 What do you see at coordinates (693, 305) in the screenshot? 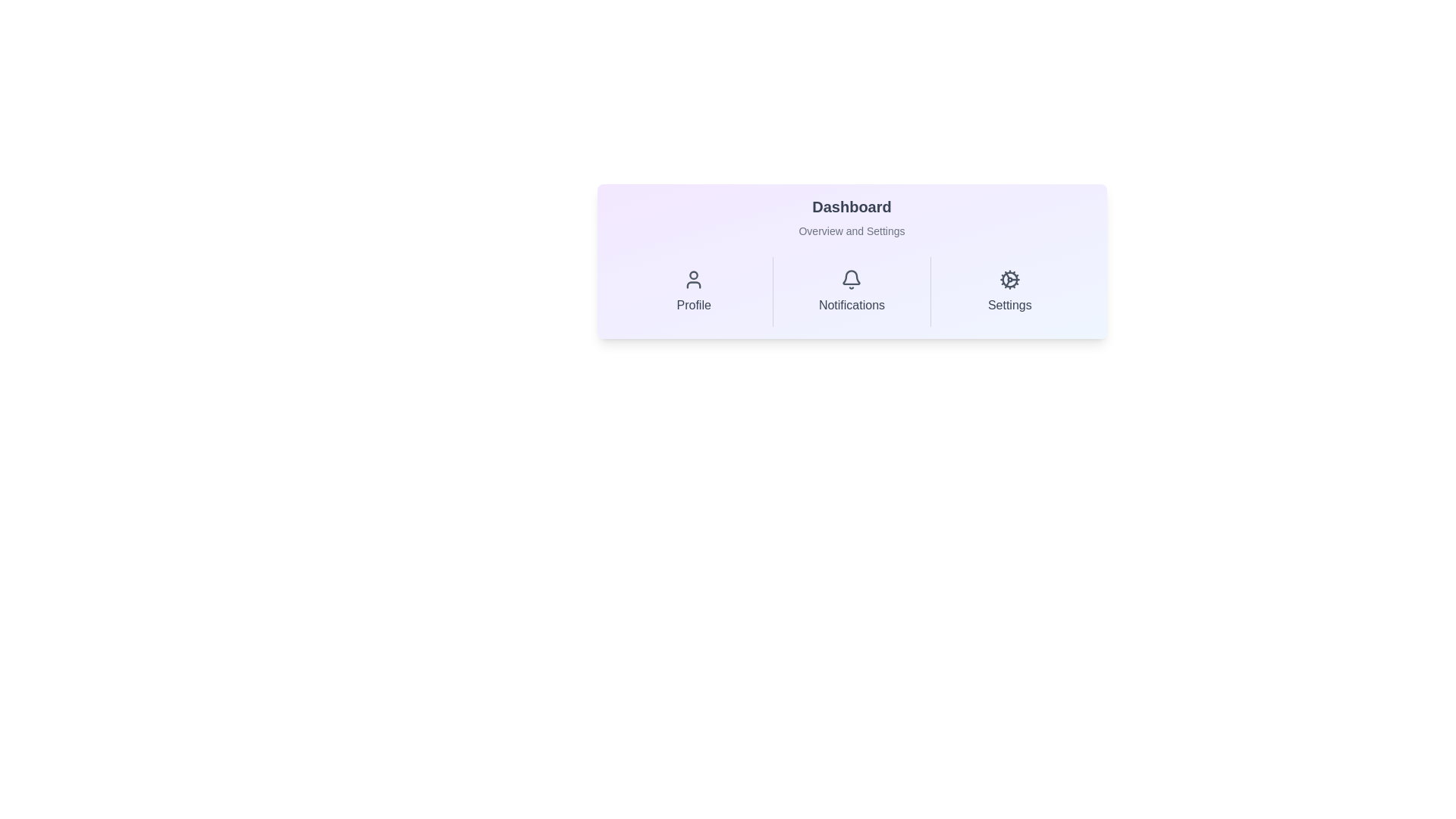
I see `the 'Profile' text label which is styled in gray color and medium bold font, located under the user icon in the menu section of the dashboard` at bounding box center [693, 305].